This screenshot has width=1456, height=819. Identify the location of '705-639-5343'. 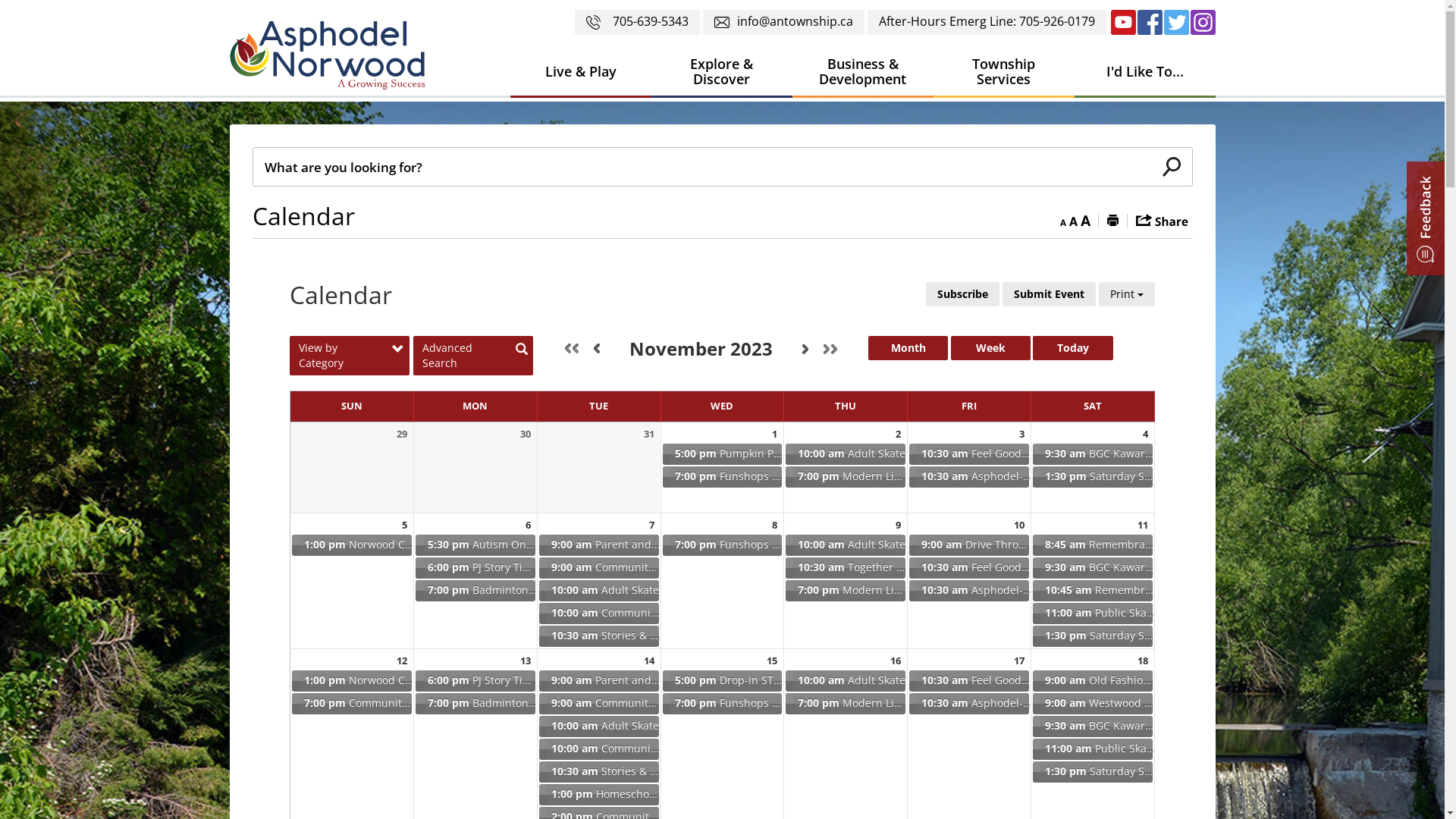
(574, 22).